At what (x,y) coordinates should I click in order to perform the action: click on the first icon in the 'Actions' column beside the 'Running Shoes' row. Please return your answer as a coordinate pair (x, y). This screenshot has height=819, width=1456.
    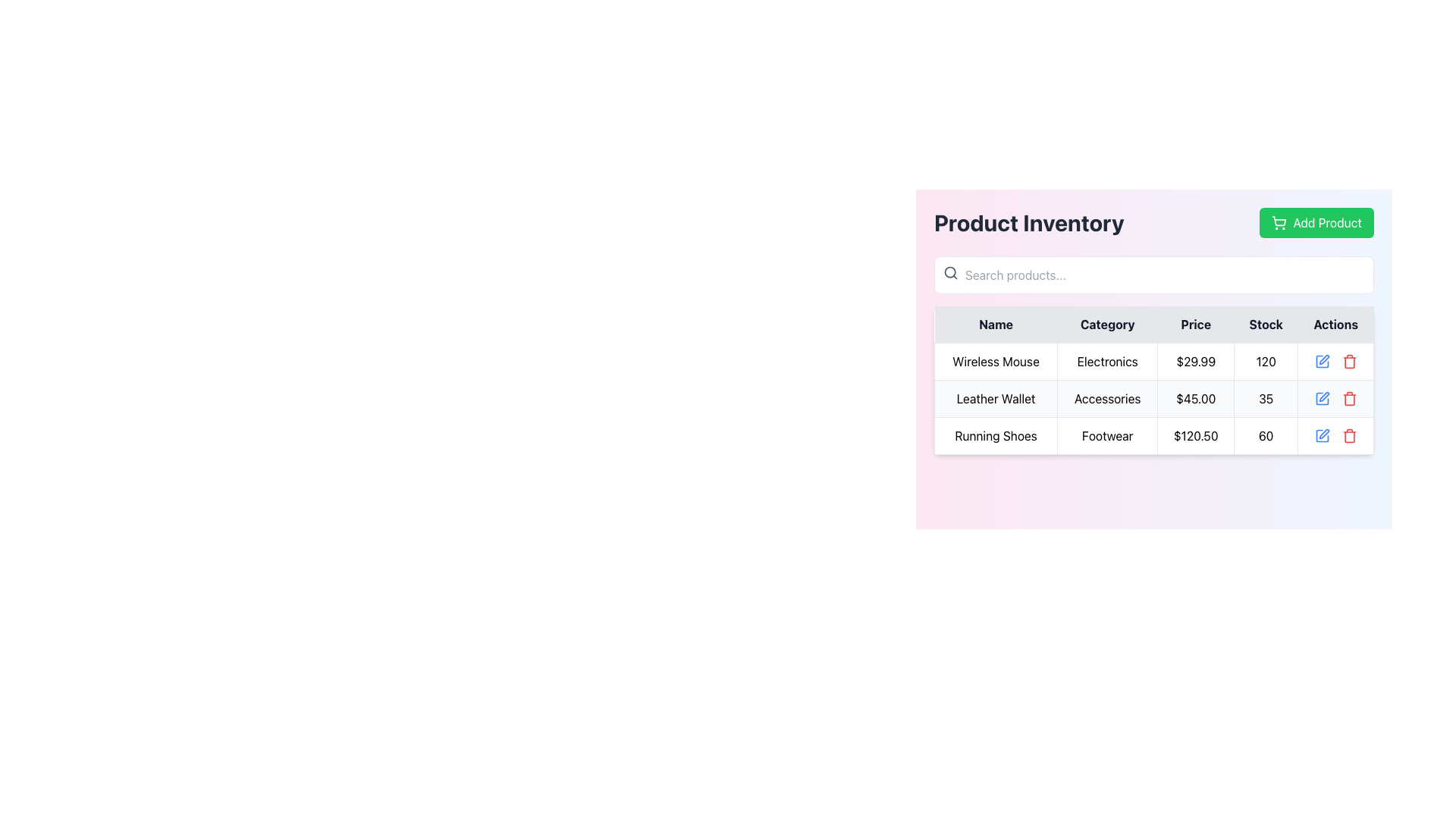
    Looking at the image, I should click on (1323, 434).